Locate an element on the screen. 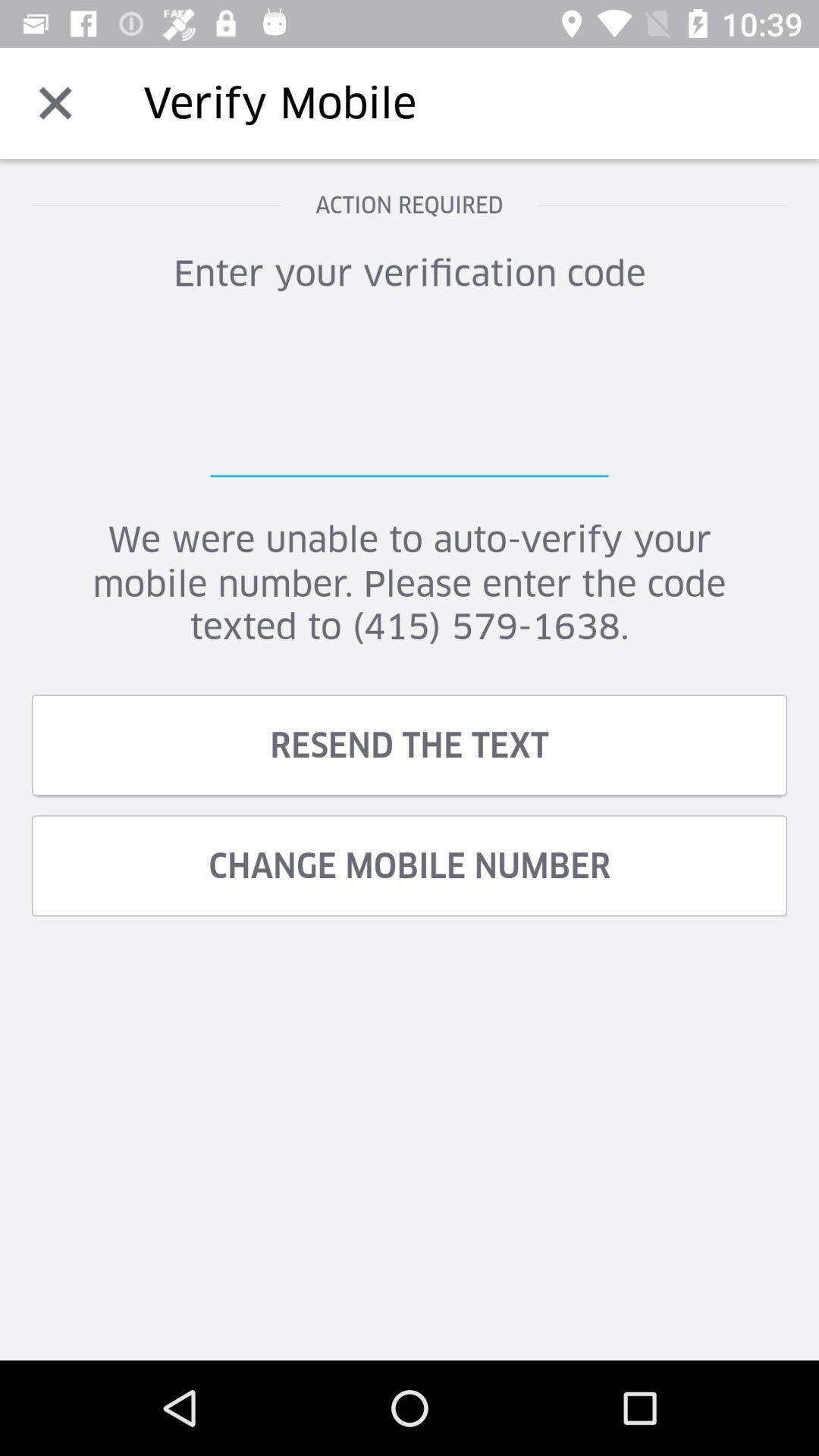  resend the text item is located at coordinates (409, 745).